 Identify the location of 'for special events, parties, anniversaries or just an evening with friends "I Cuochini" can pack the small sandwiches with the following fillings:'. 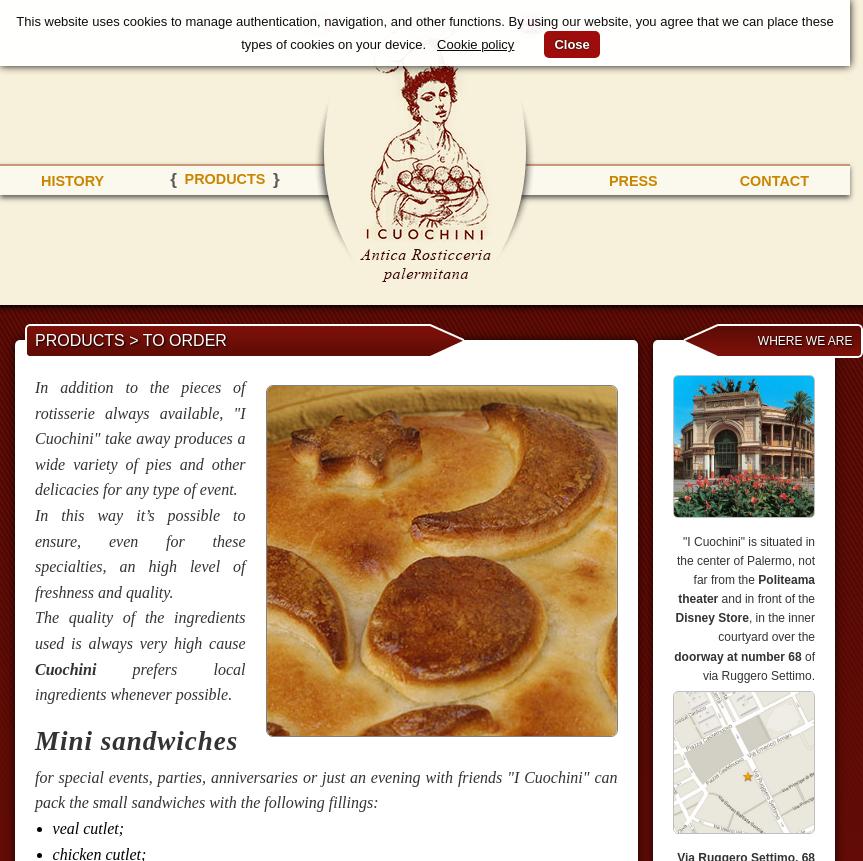
(325, 789).